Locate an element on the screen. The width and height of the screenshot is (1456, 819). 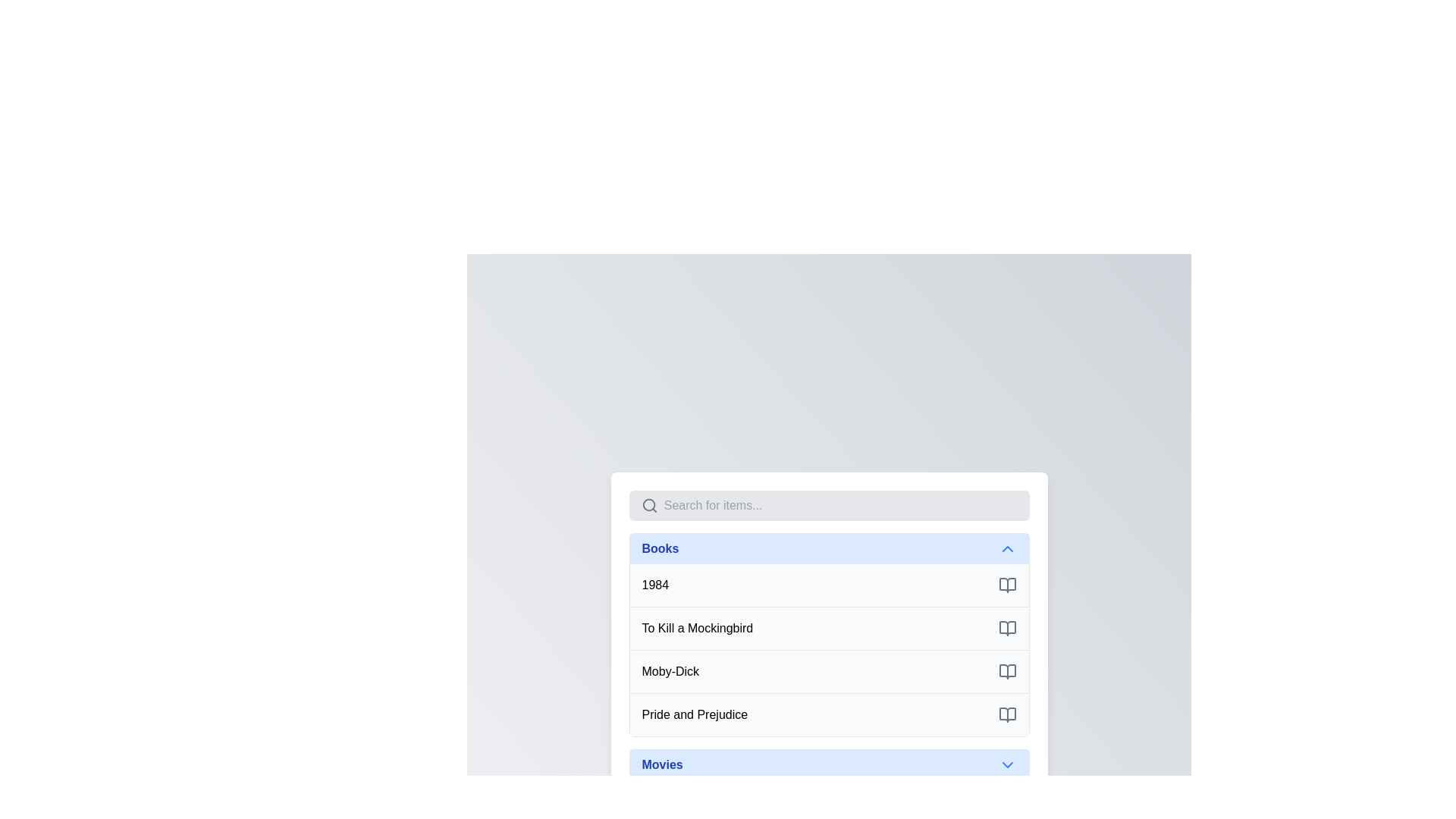
the search icon located in the horizontal bar near the left side, preceding the text input field is located at coordinates (649, 505).